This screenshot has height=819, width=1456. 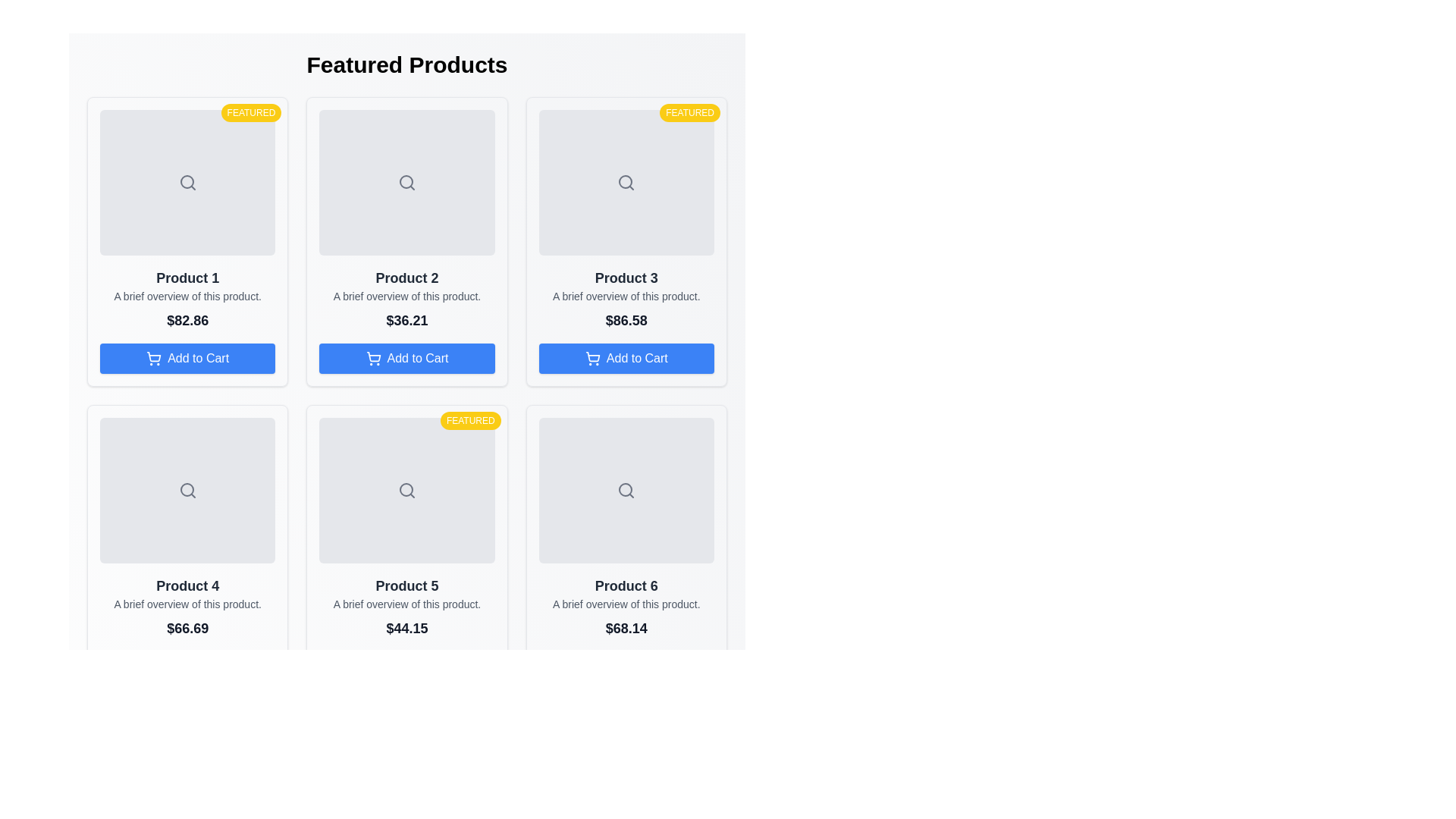 What do you see at coordinates (187, 604) in the screenshot?
I see `the text block that describes 'Product 4', located in the bottom-left cell of the product card, situated below the product title and above the price display` at bounding box center [187, 604].